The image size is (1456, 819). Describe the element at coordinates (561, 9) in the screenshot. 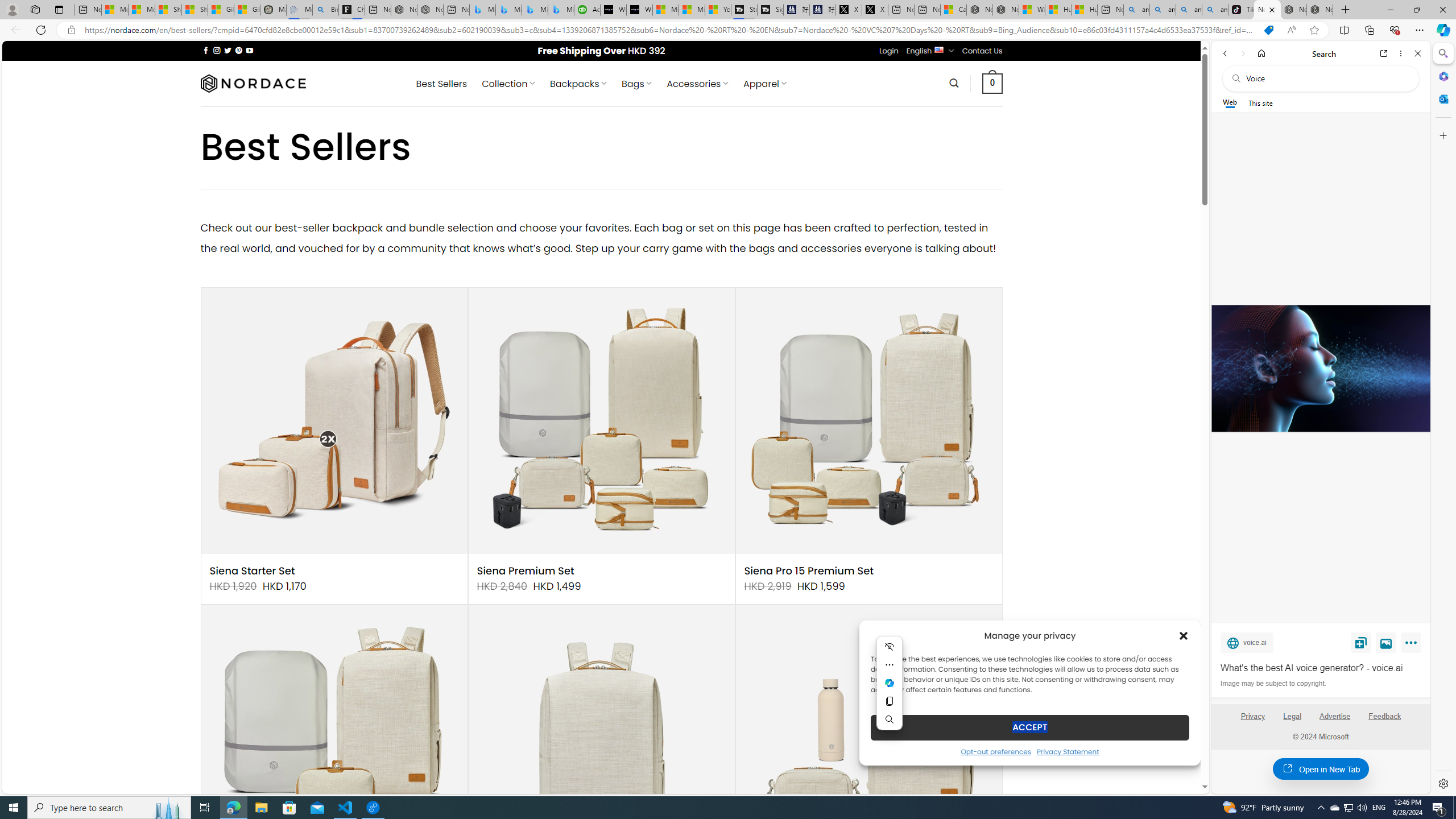

I see `'Microsoft Bing Travel - Shangri-La Hotel Bangkok'` at that location.